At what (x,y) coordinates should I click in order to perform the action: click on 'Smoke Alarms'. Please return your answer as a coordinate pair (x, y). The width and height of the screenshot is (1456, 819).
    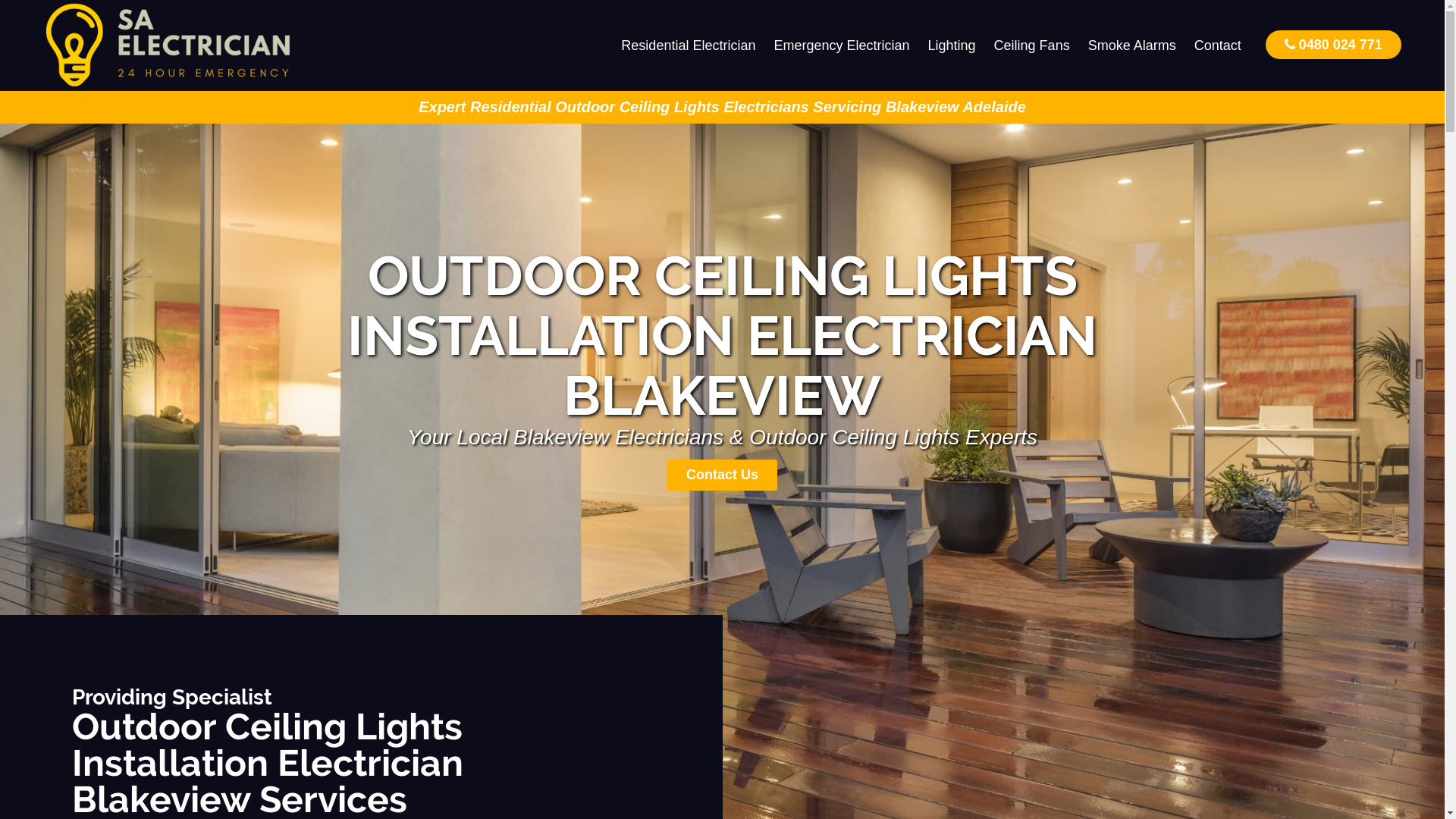
    Looking at the image, I should click on (1131, 45).